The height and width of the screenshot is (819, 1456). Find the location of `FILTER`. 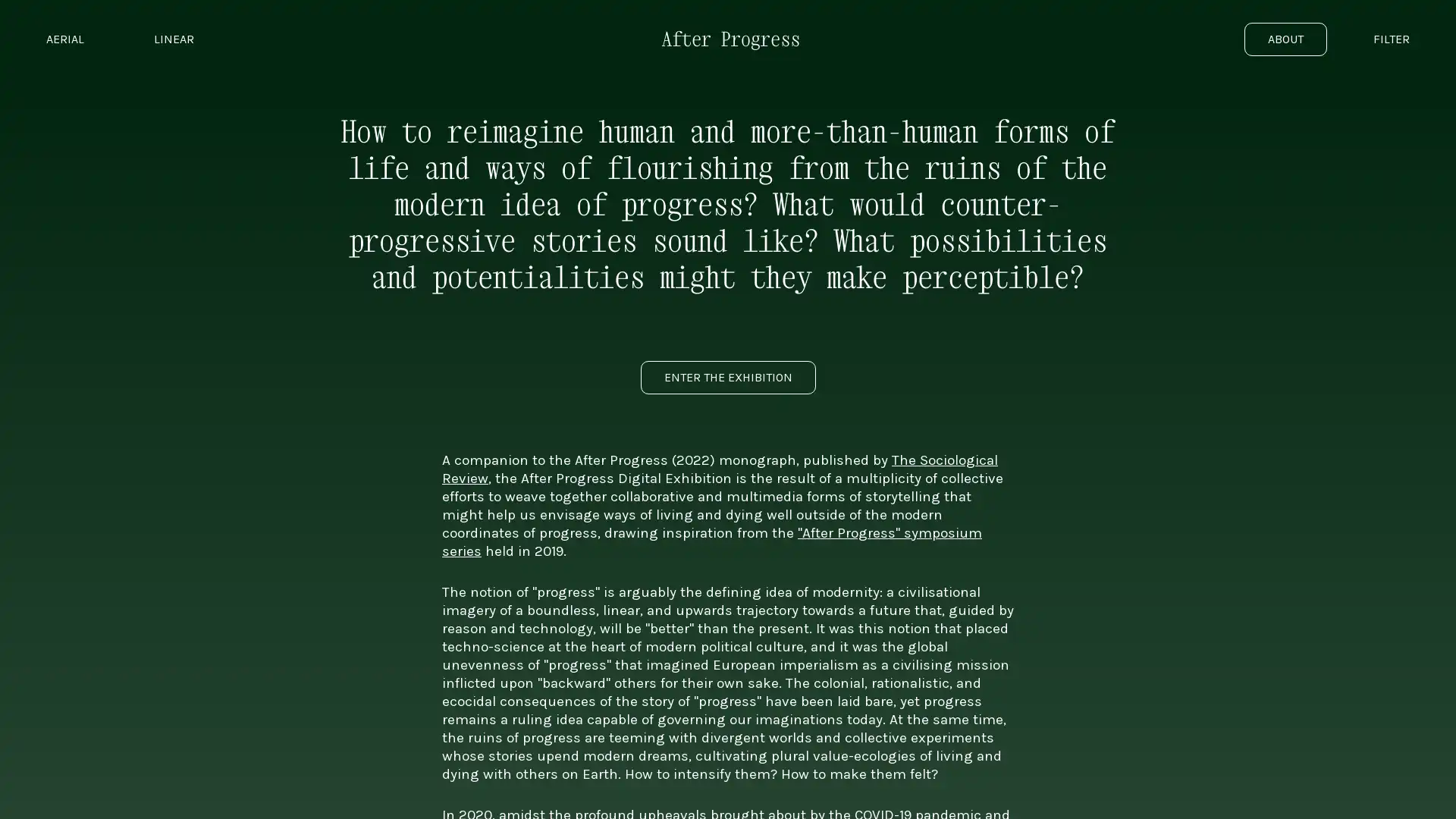

FILTER is located at coordinates (1391, 38).